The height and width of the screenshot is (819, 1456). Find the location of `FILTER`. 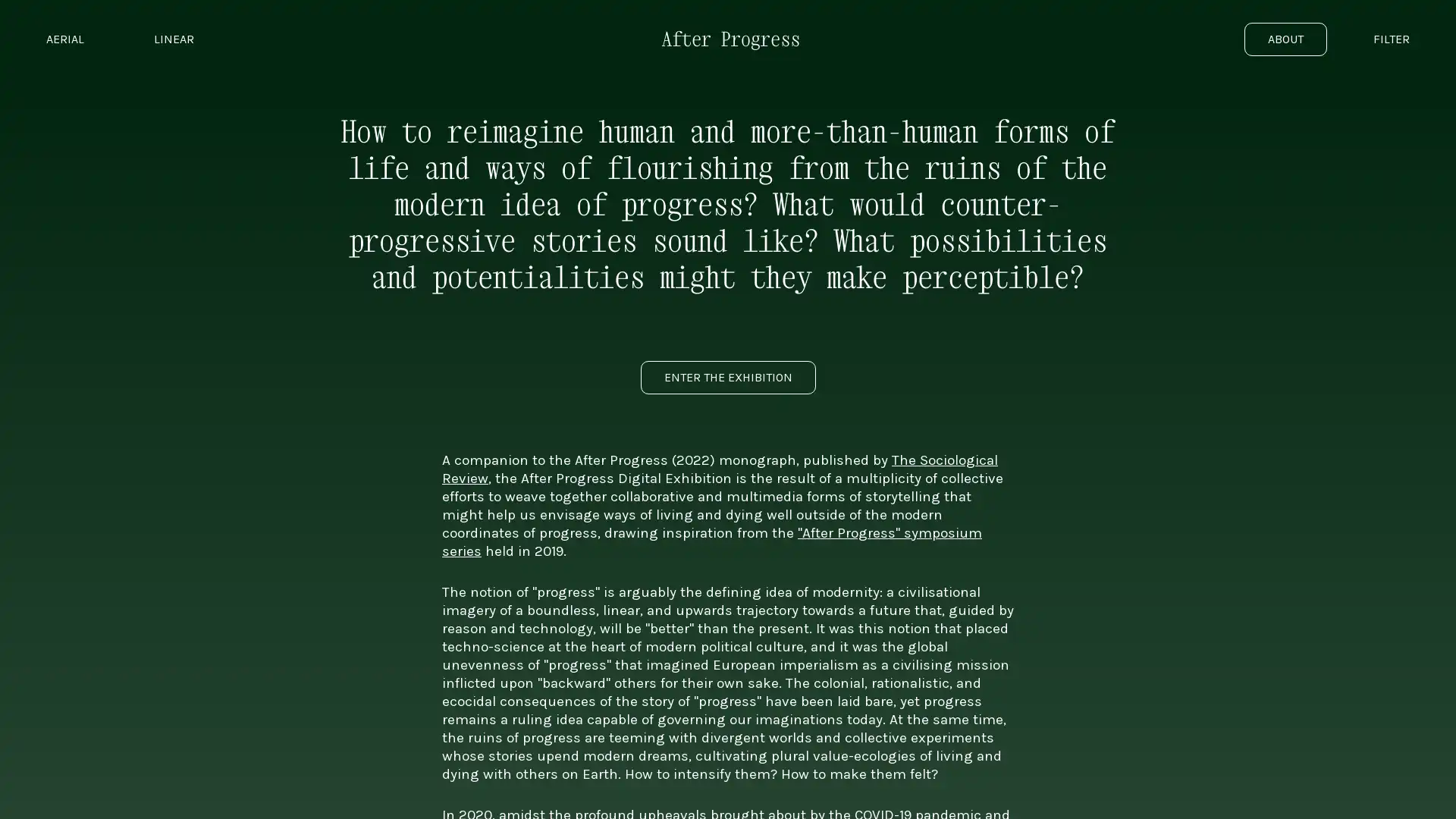

FILTER is located at coordinates (1391, 38).